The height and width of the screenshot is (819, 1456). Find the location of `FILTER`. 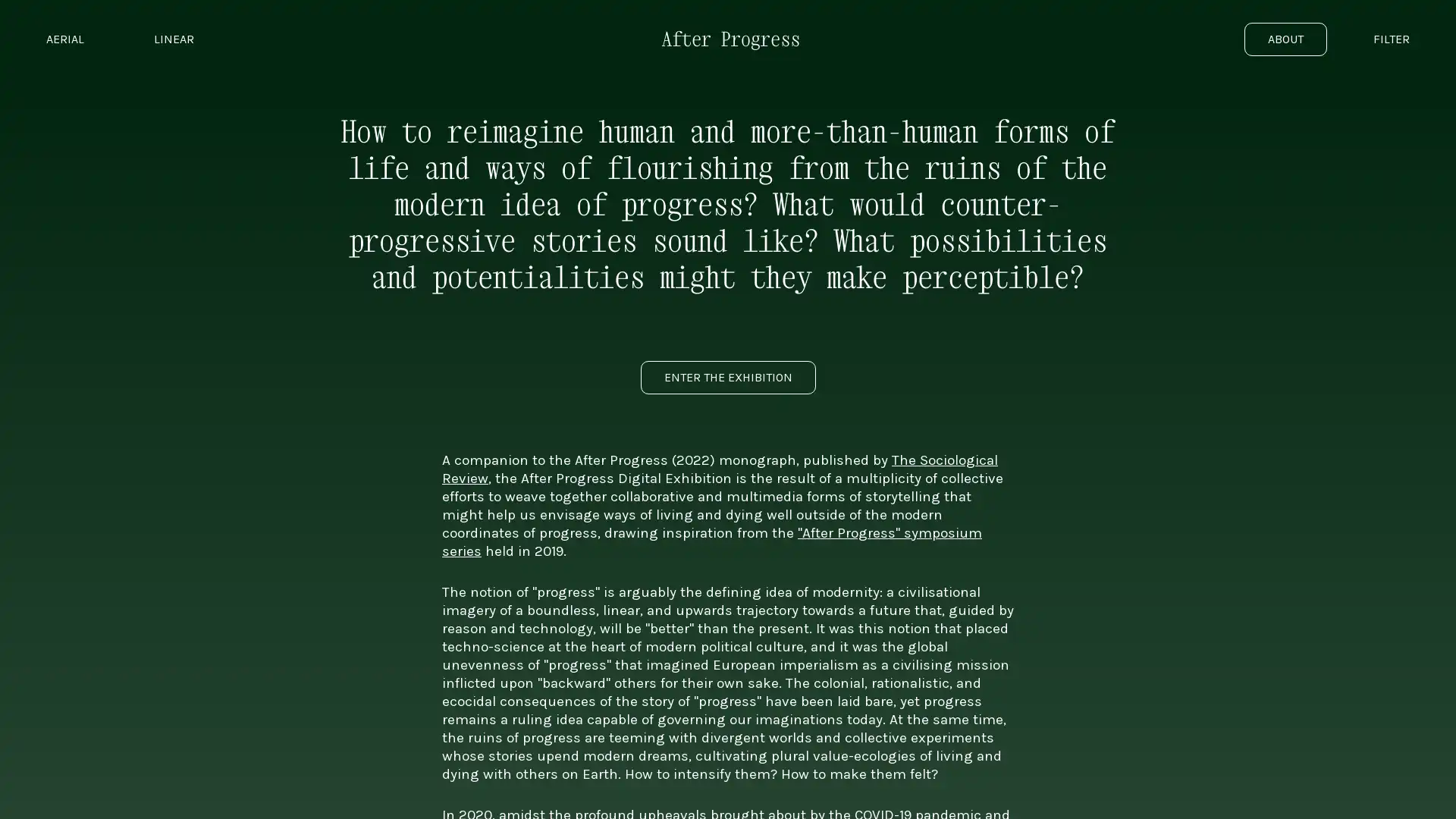

FILTER is located at coordinates (1391, 38).